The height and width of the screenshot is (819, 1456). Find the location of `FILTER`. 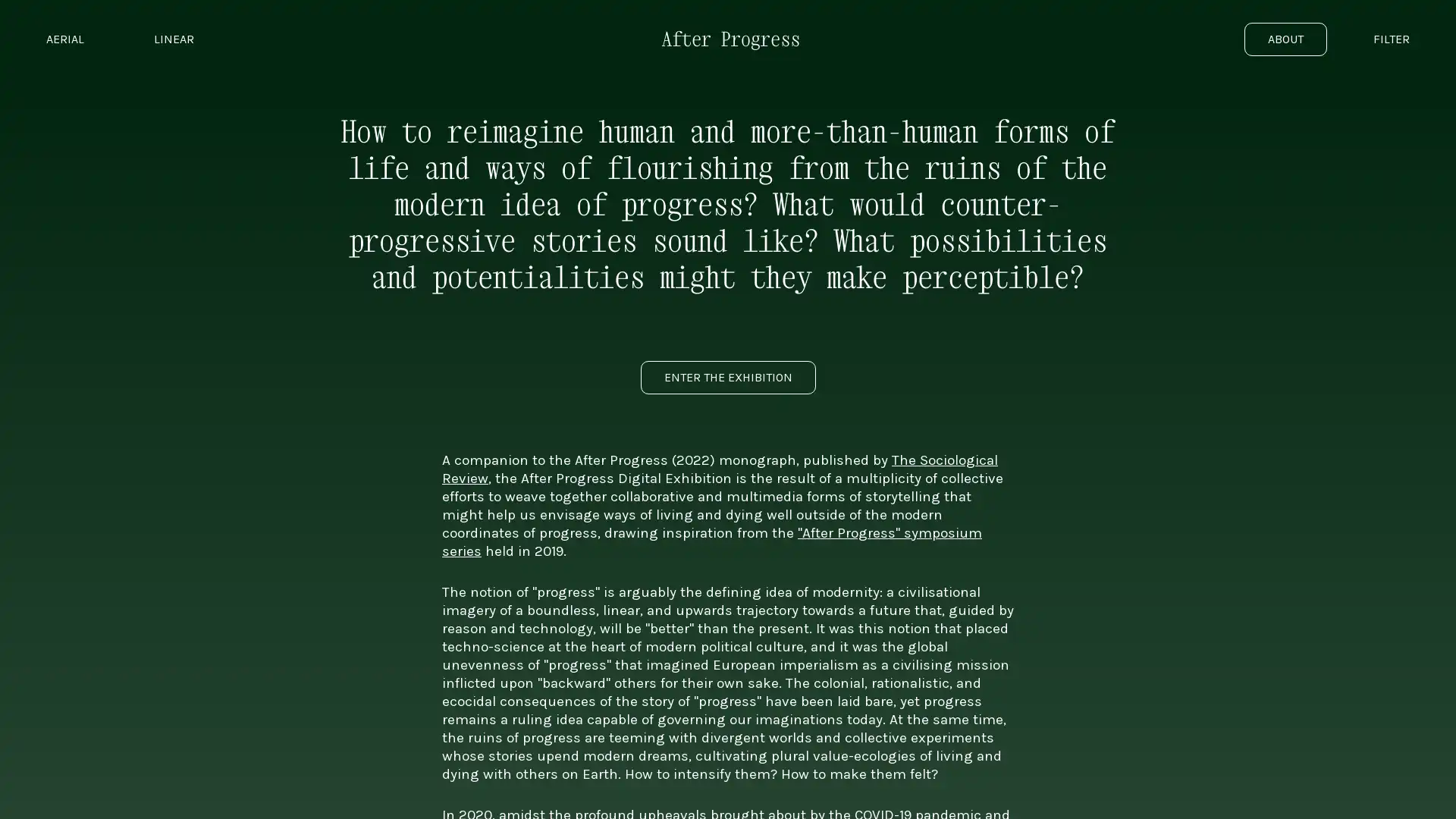

FILTER is located at coordinates (1391, 38).